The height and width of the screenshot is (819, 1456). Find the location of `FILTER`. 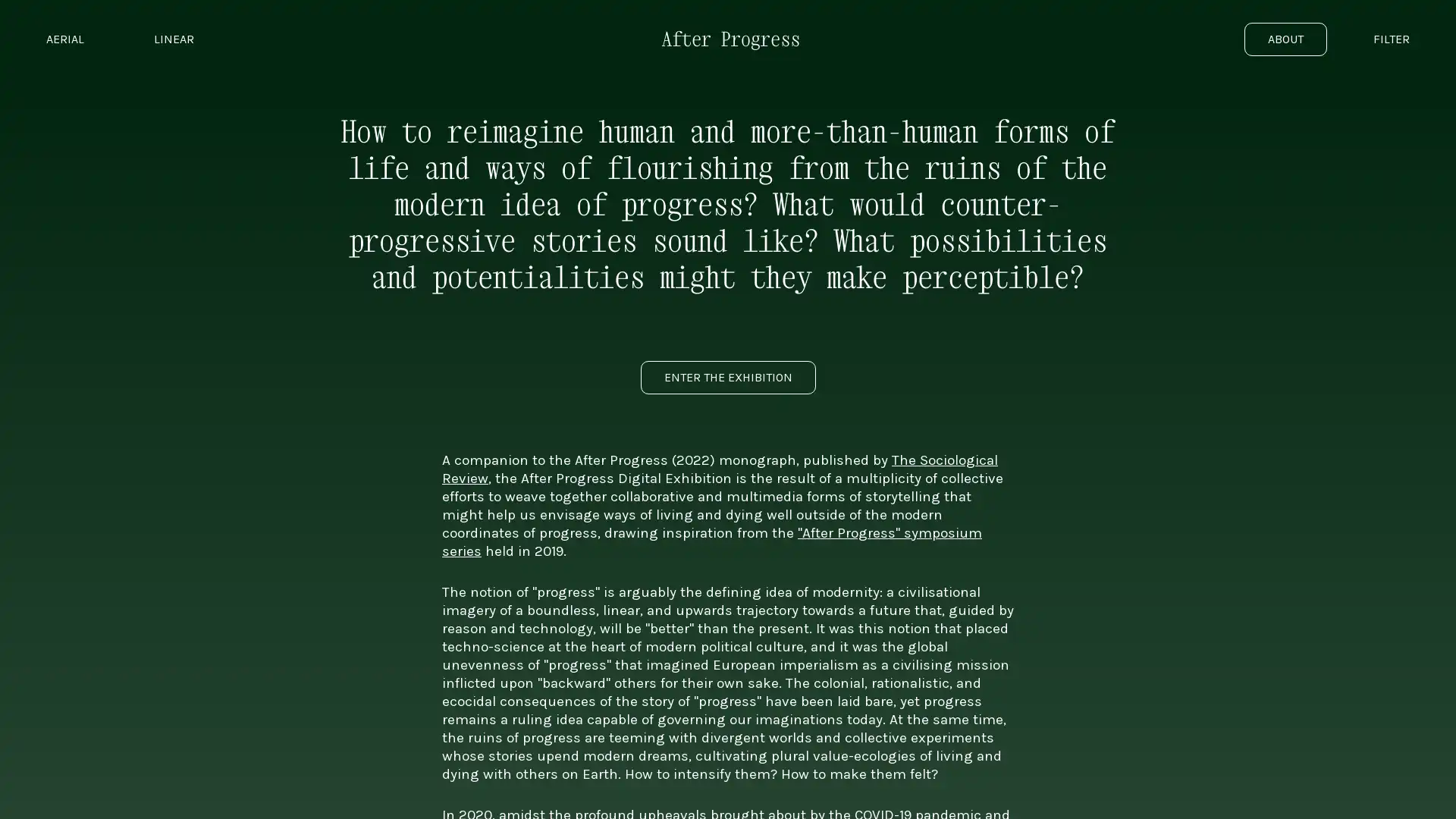

FILTER is located at coordinates (1391, 38).